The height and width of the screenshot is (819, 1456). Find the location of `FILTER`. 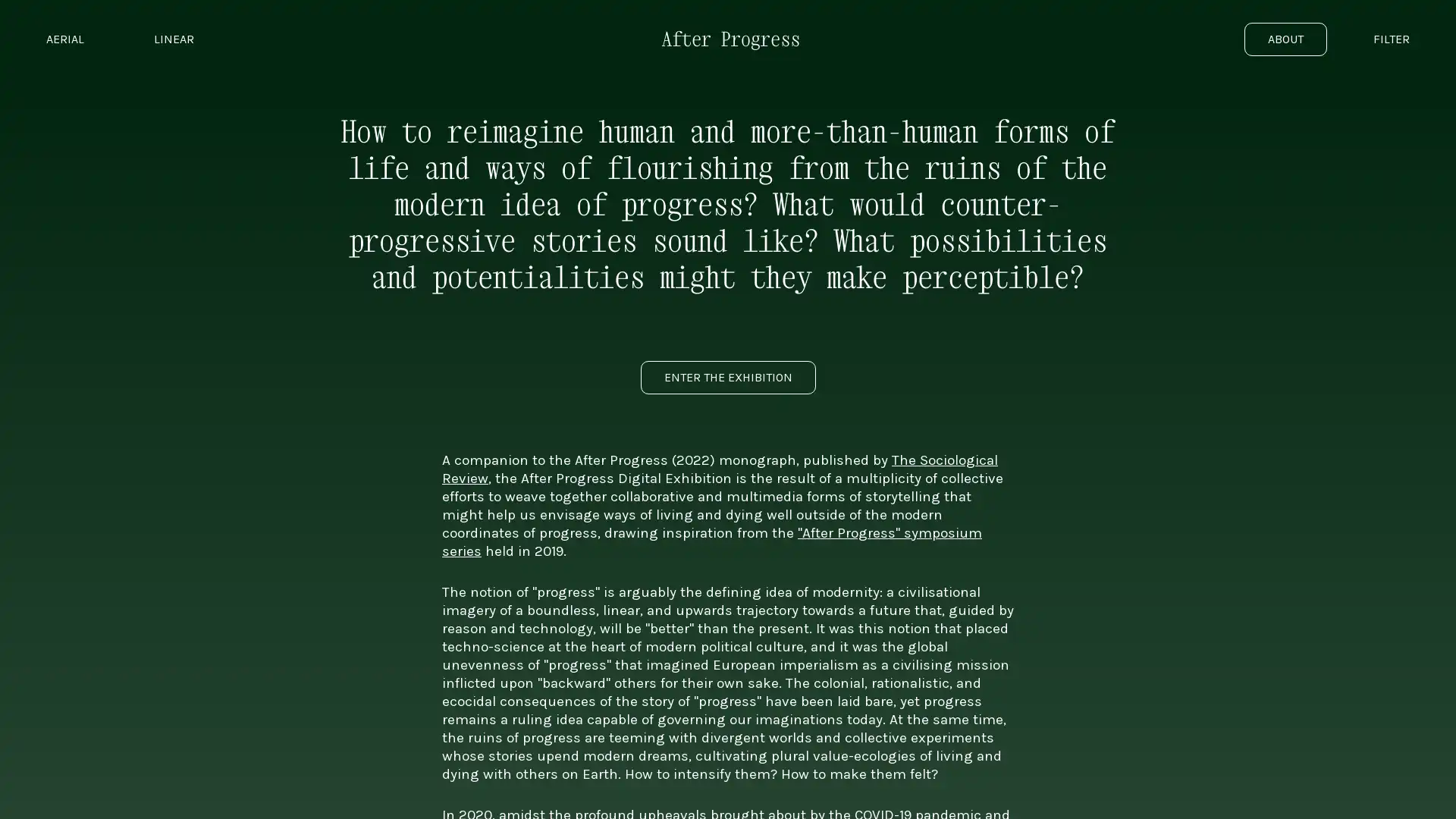

FILTER is located at coordinates (1391, 38).